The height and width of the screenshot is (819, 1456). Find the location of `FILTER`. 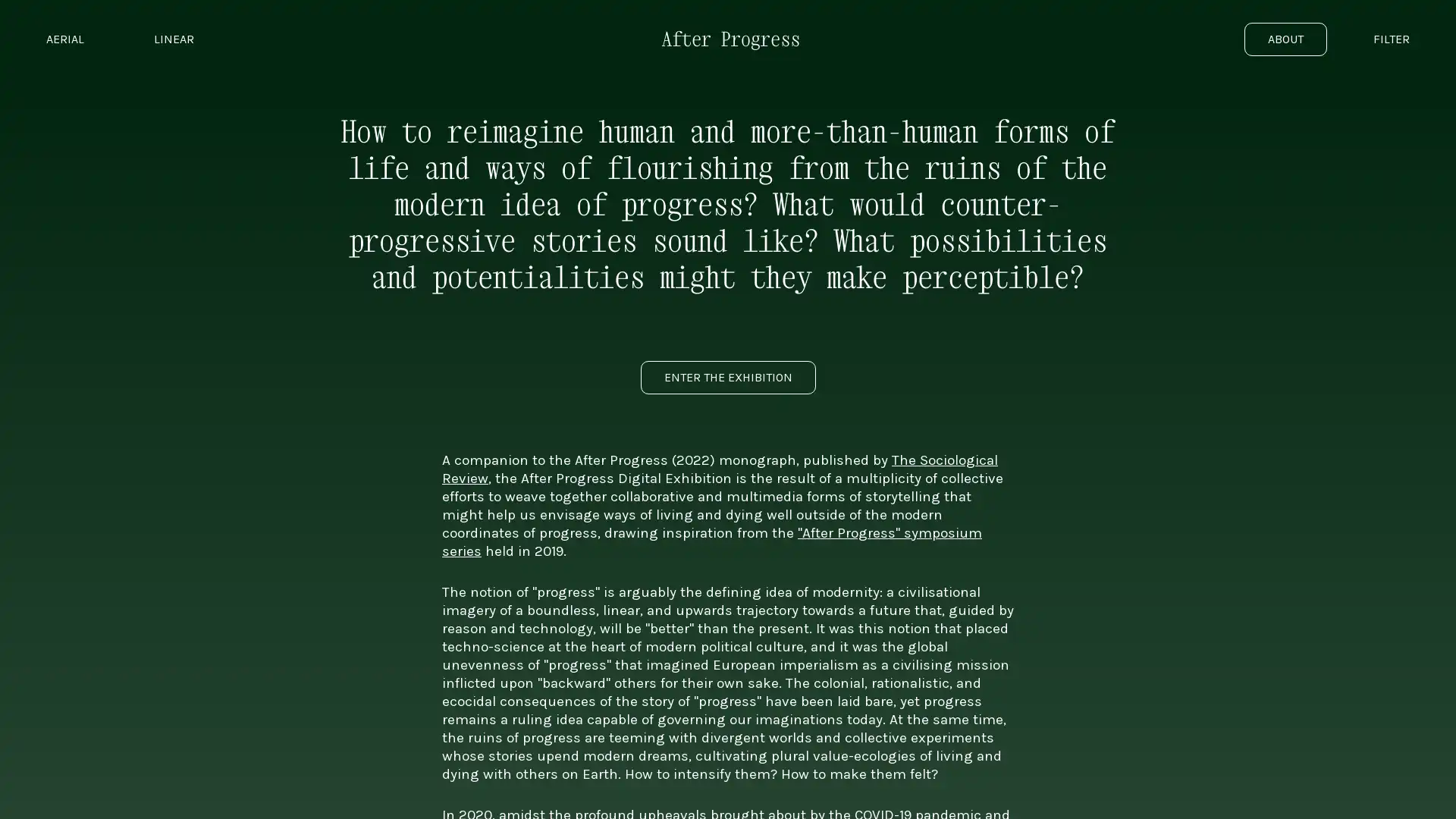

FILTER is located at coordinates (1391, 38).